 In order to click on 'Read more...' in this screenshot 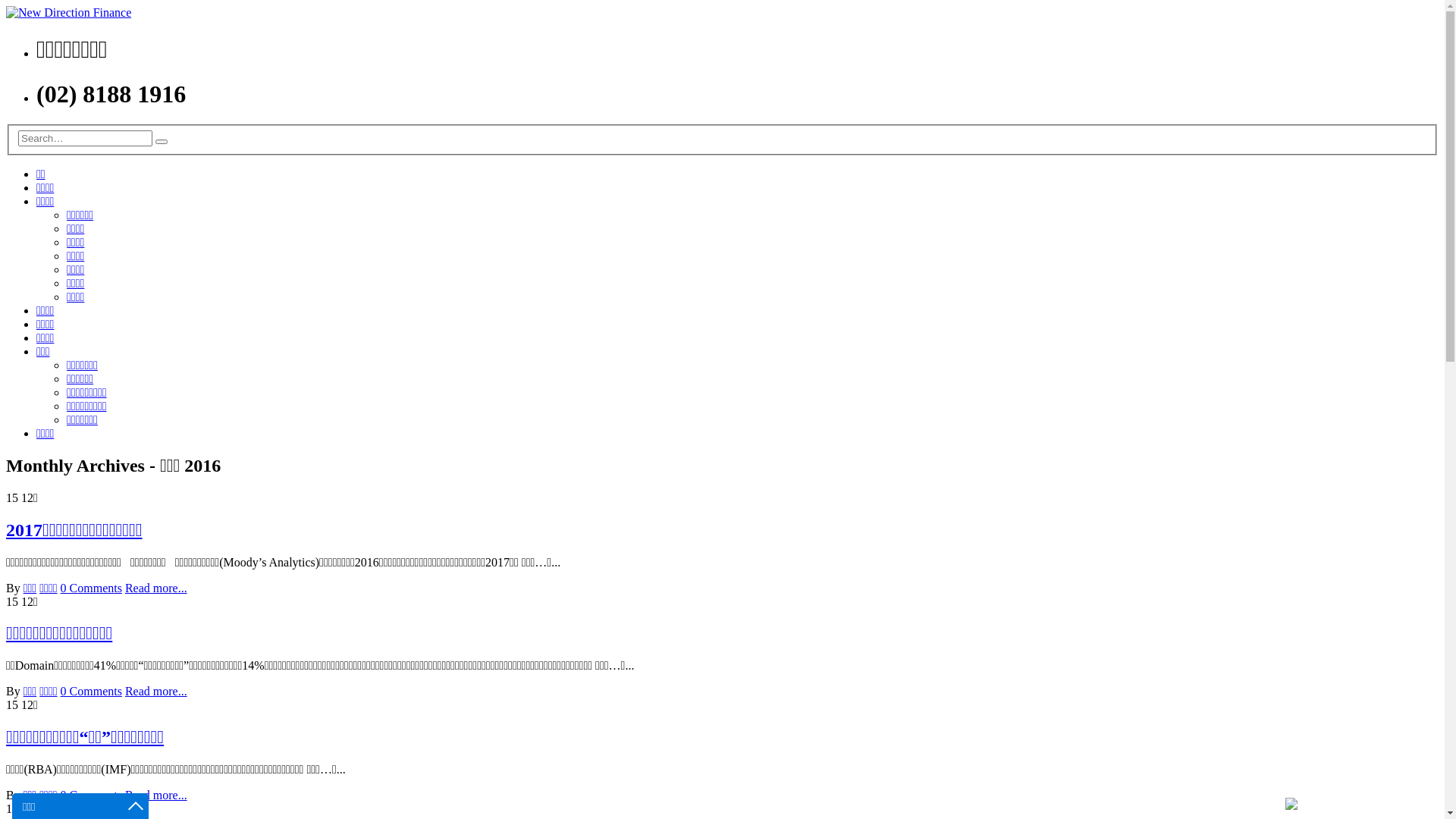, I will do `click(156, 794)`.